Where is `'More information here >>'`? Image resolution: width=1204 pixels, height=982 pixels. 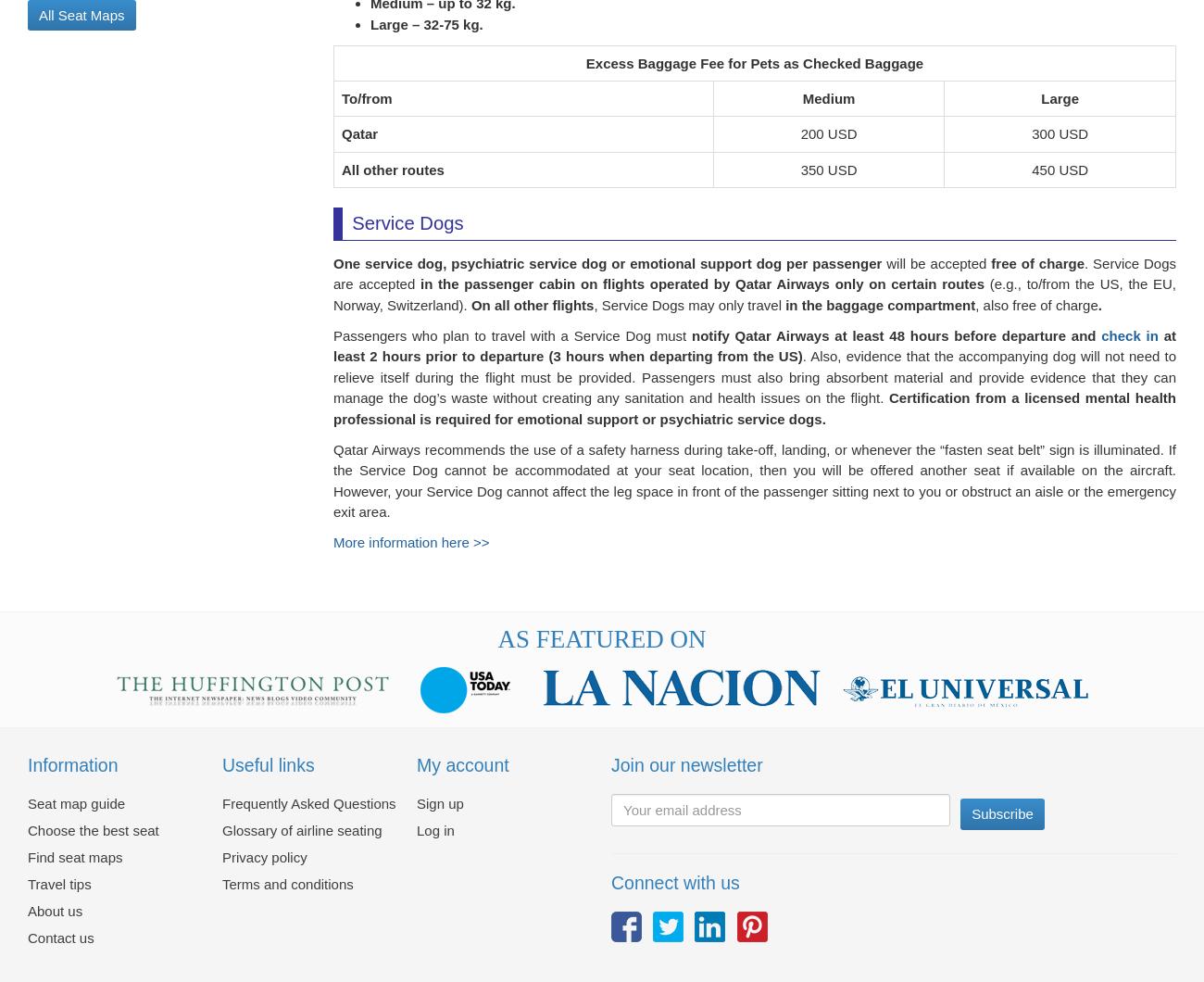 'More information here >>' is located at coordinates (409, 553).